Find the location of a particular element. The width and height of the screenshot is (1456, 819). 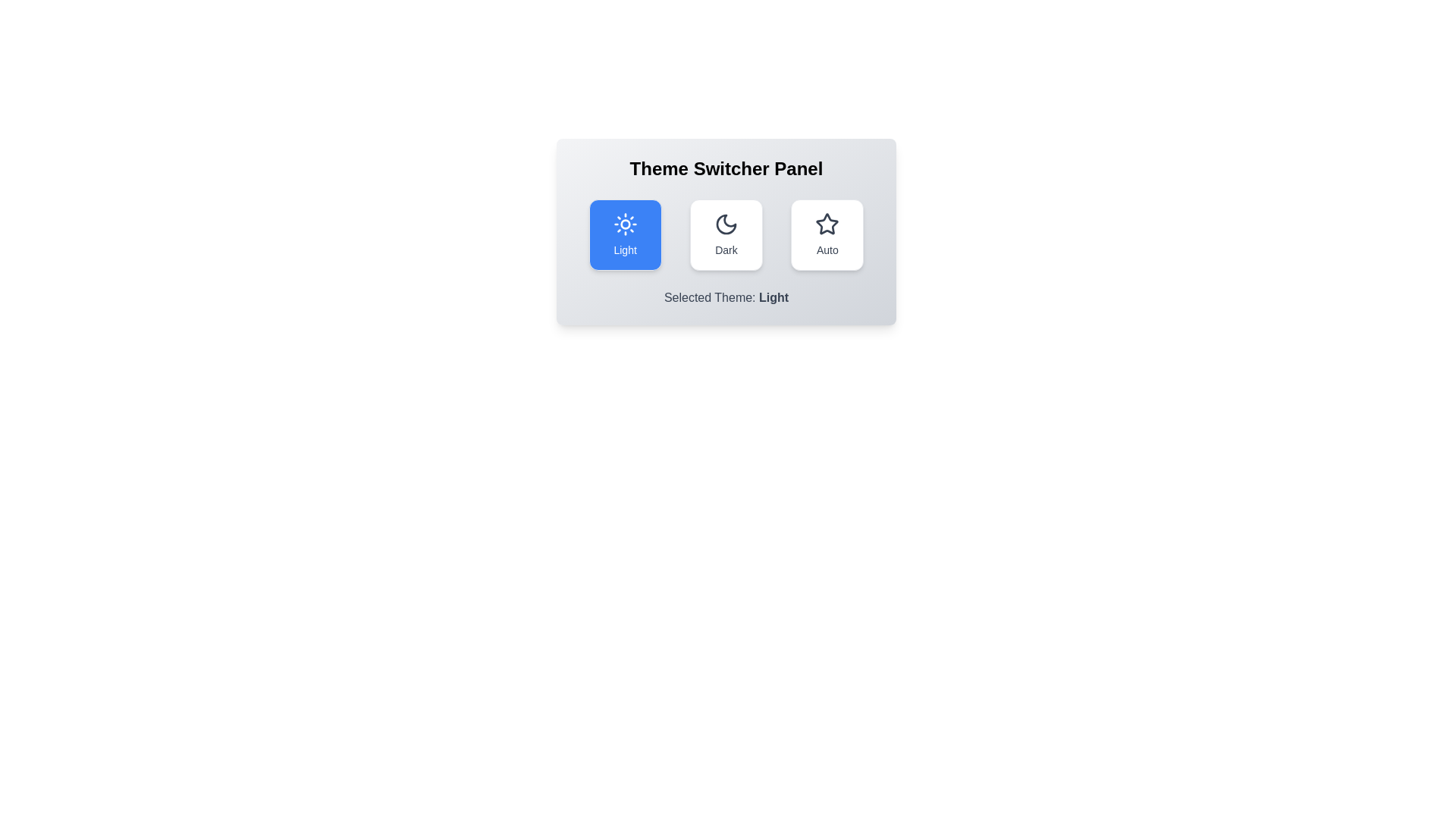

the 'Light' mode icon in the theme switcher interface is located at coordinates (625, 224).